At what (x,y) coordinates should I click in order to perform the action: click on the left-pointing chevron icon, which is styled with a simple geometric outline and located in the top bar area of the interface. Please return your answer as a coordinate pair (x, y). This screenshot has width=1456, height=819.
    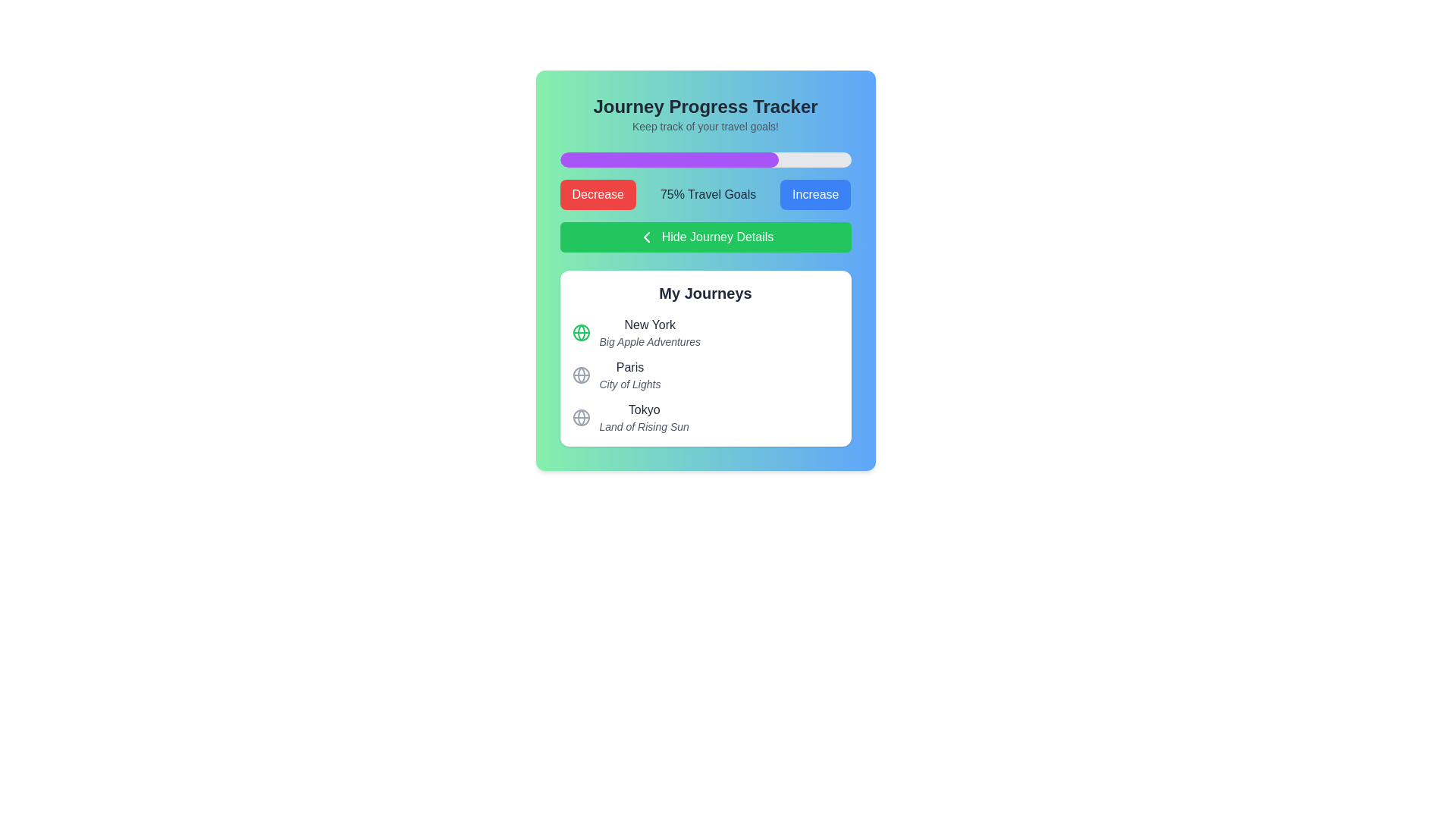
    Looking at the image, I should click on (646, 237).